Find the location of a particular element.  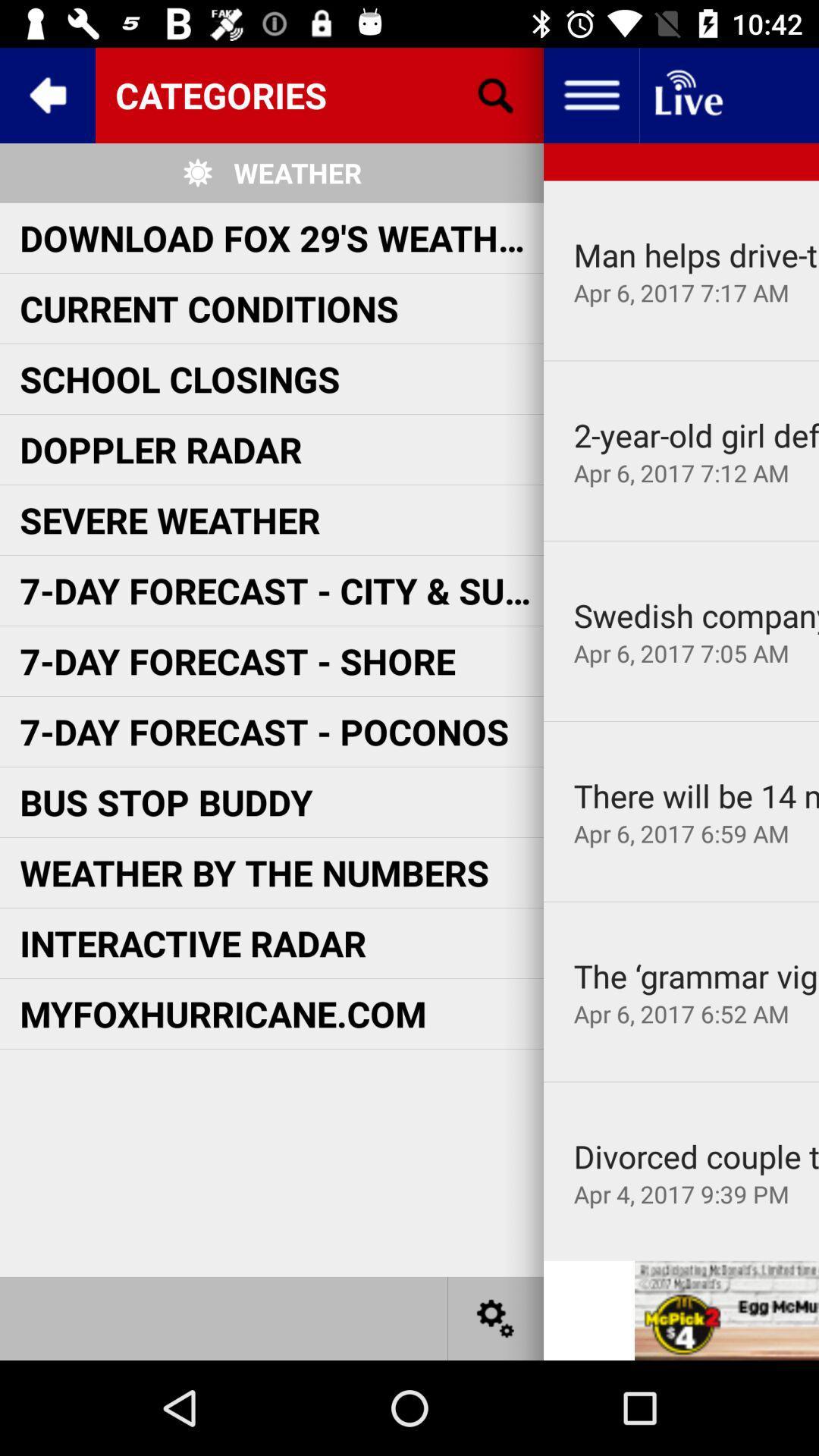

the settings icon is located at coordinates (496, 1317).